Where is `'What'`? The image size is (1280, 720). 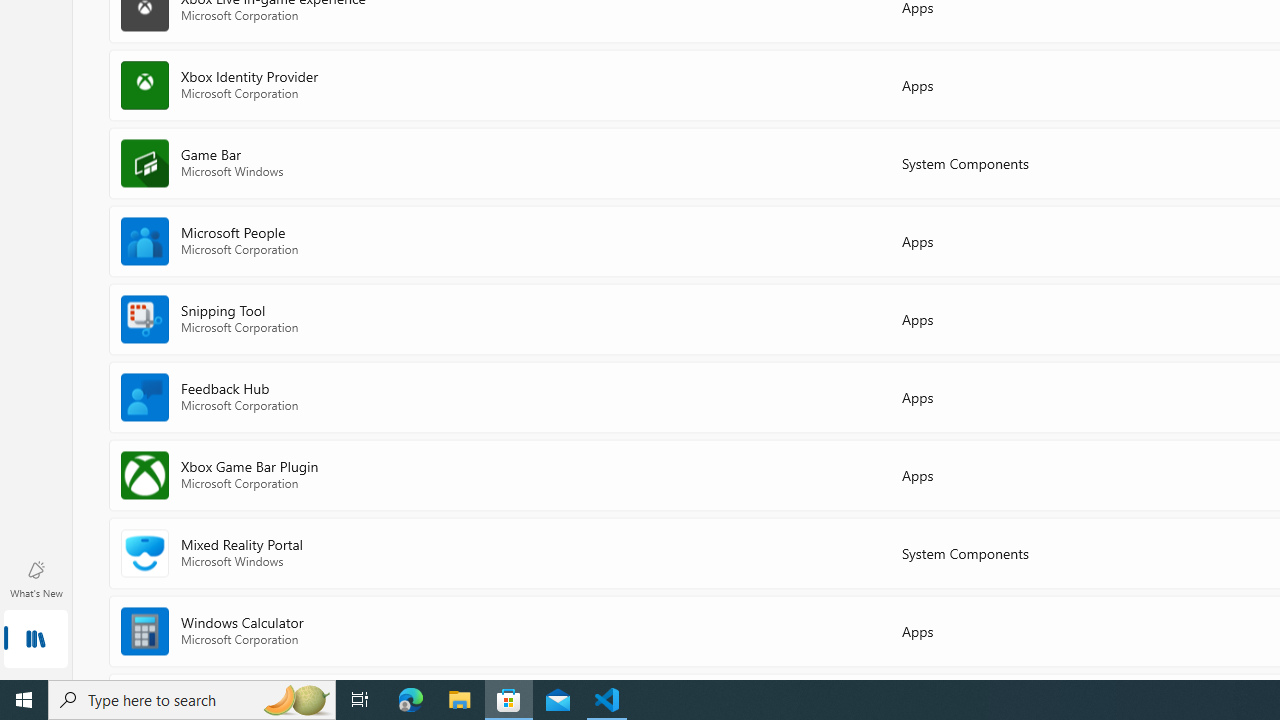
'What' is located at coordinates (35, 578).